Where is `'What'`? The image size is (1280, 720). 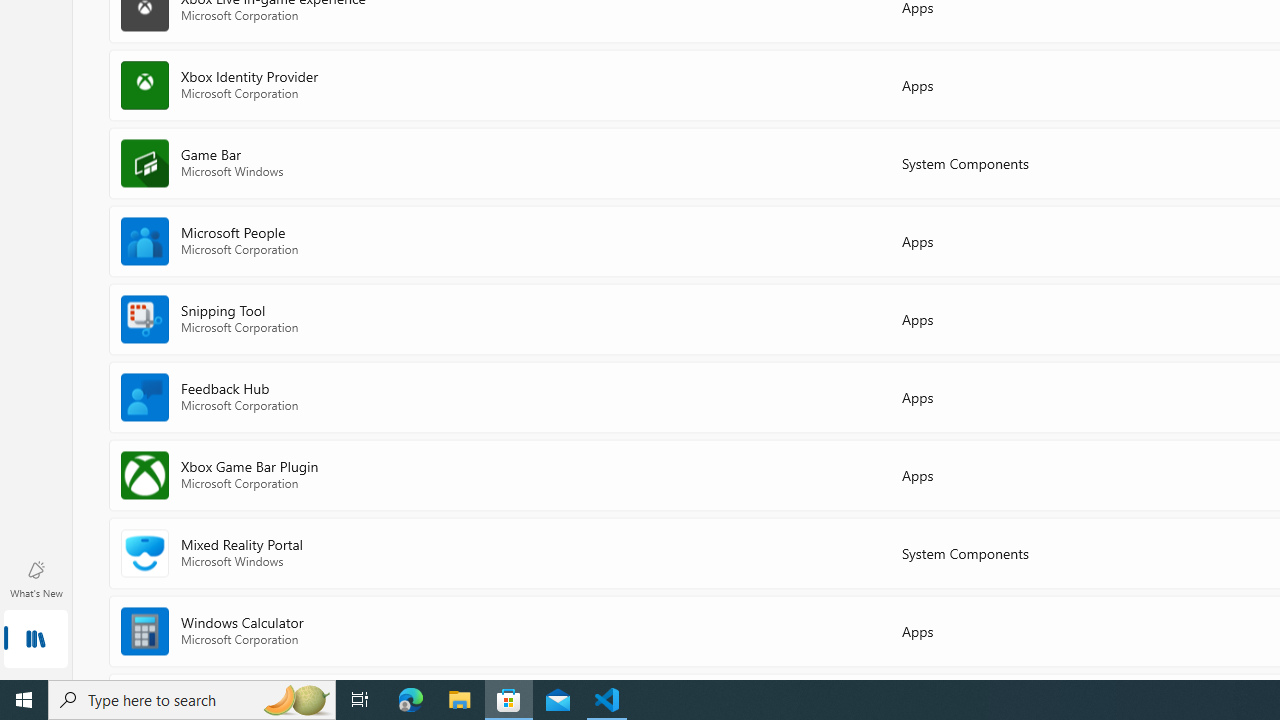
'What' is located at coordinates (35, 578).